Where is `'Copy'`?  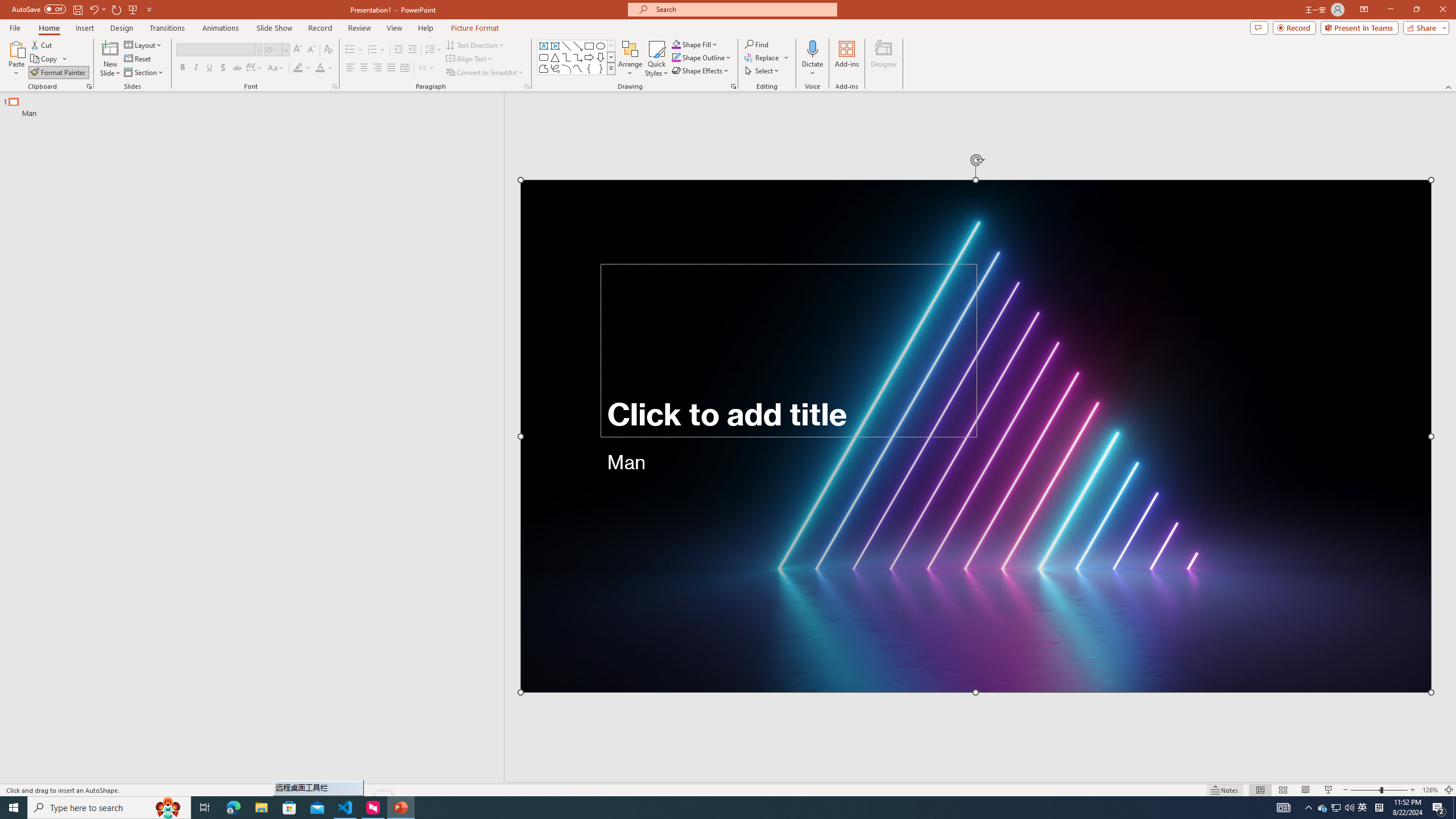
'Copy' is located at coordinates (44, 59).